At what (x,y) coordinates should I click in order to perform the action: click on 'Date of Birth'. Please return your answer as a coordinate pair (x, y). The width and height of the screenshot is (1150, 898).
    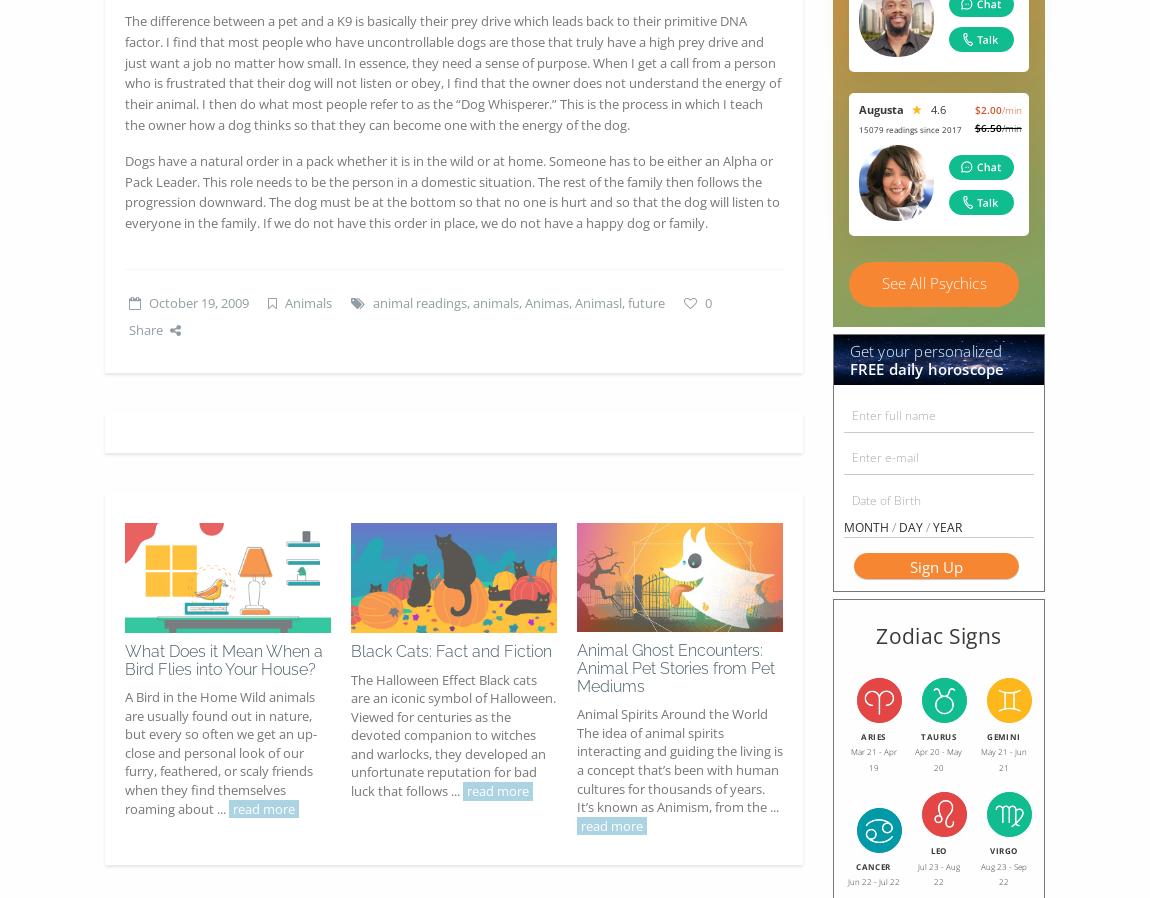
    Looking at the image, I should click on (885, 499).